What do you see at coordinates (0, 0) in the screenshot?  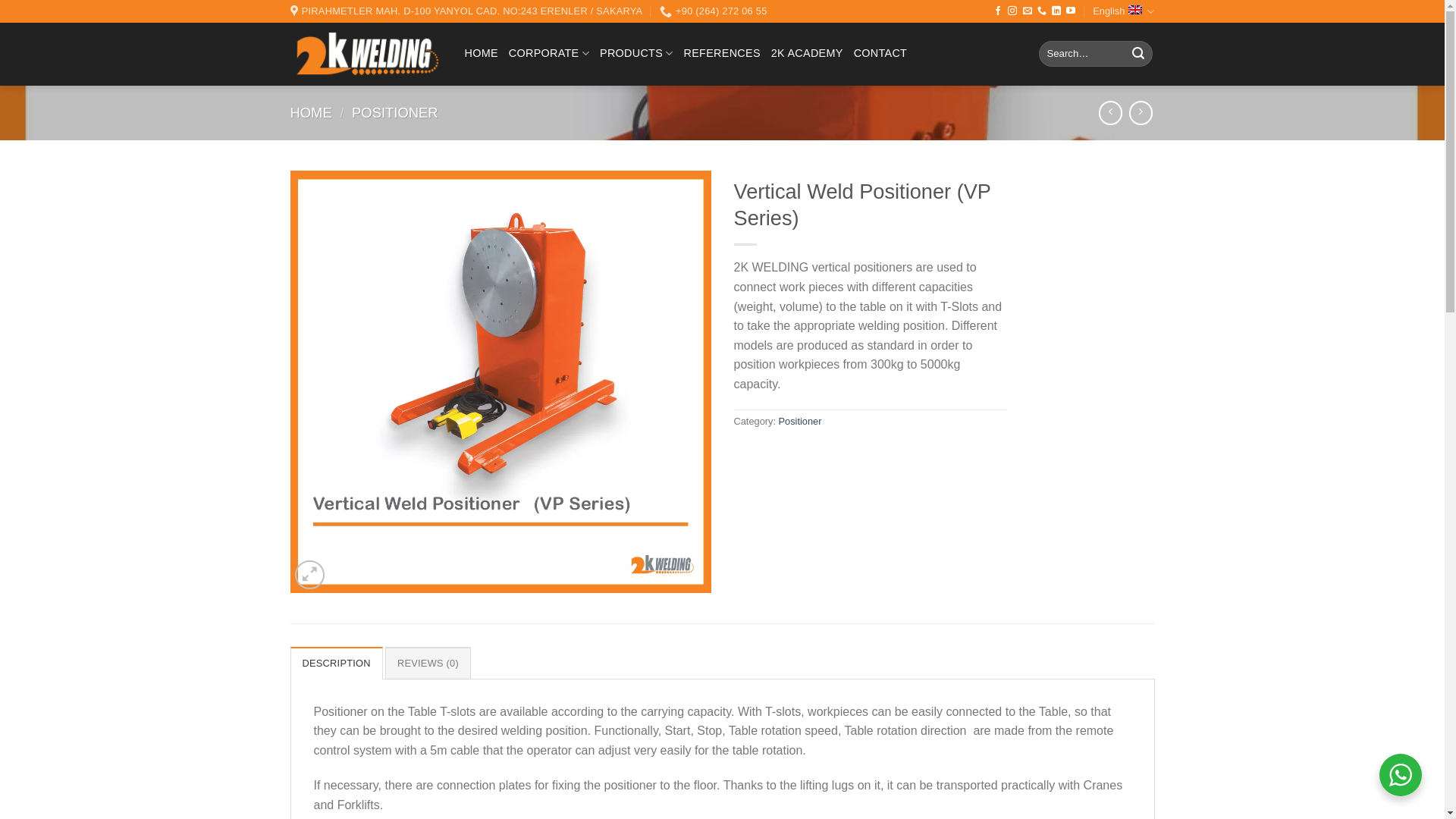 I see `'Skip to content'` at bounding box center [0, 0].